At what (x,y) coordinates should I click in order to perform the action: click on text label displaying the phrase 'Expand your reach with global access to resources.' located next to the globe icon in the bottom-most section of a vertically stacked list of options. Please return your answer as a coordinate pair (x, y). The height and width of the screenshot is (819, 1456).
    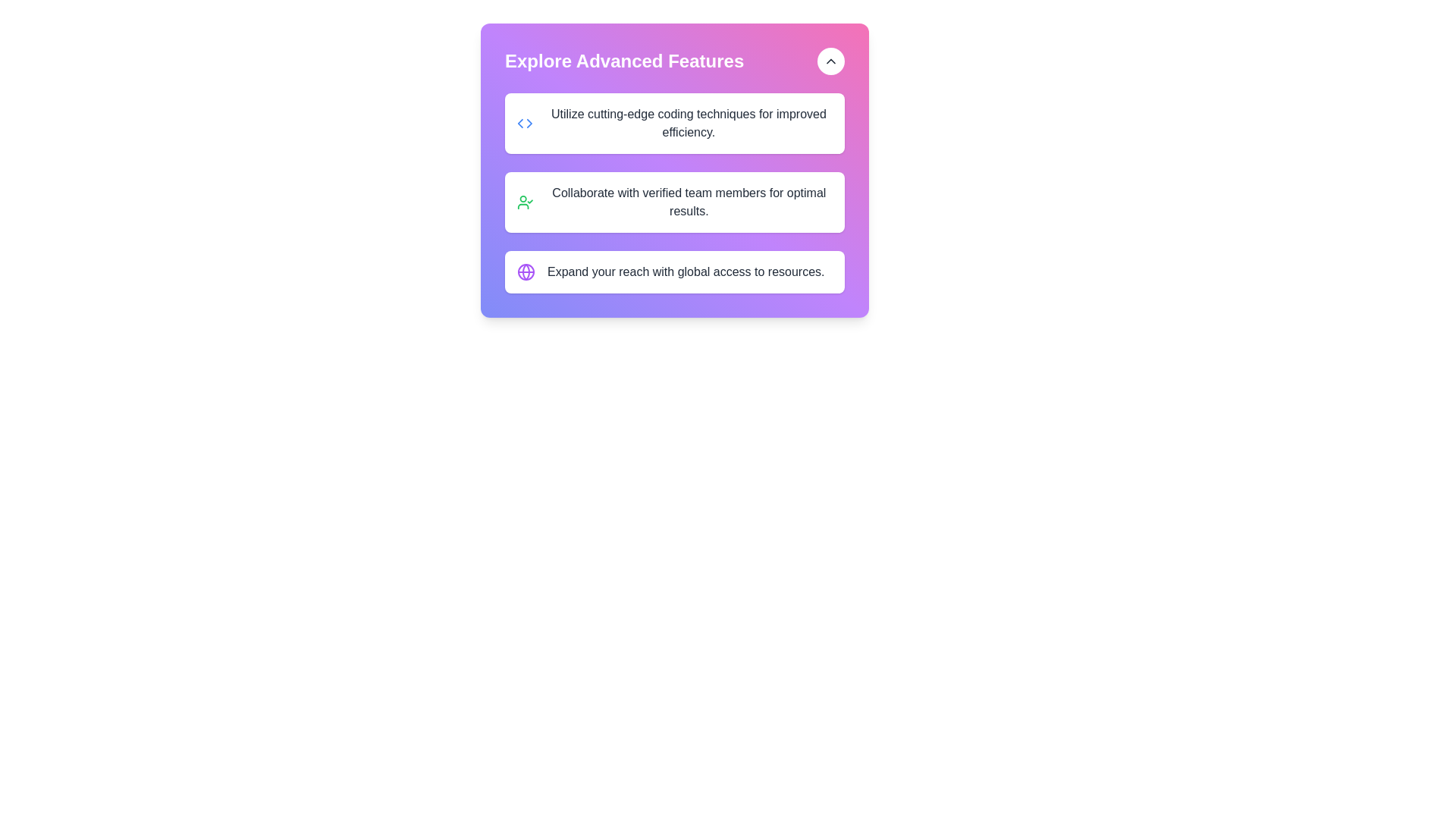
    Looking at the image, I should click on (685, 271).